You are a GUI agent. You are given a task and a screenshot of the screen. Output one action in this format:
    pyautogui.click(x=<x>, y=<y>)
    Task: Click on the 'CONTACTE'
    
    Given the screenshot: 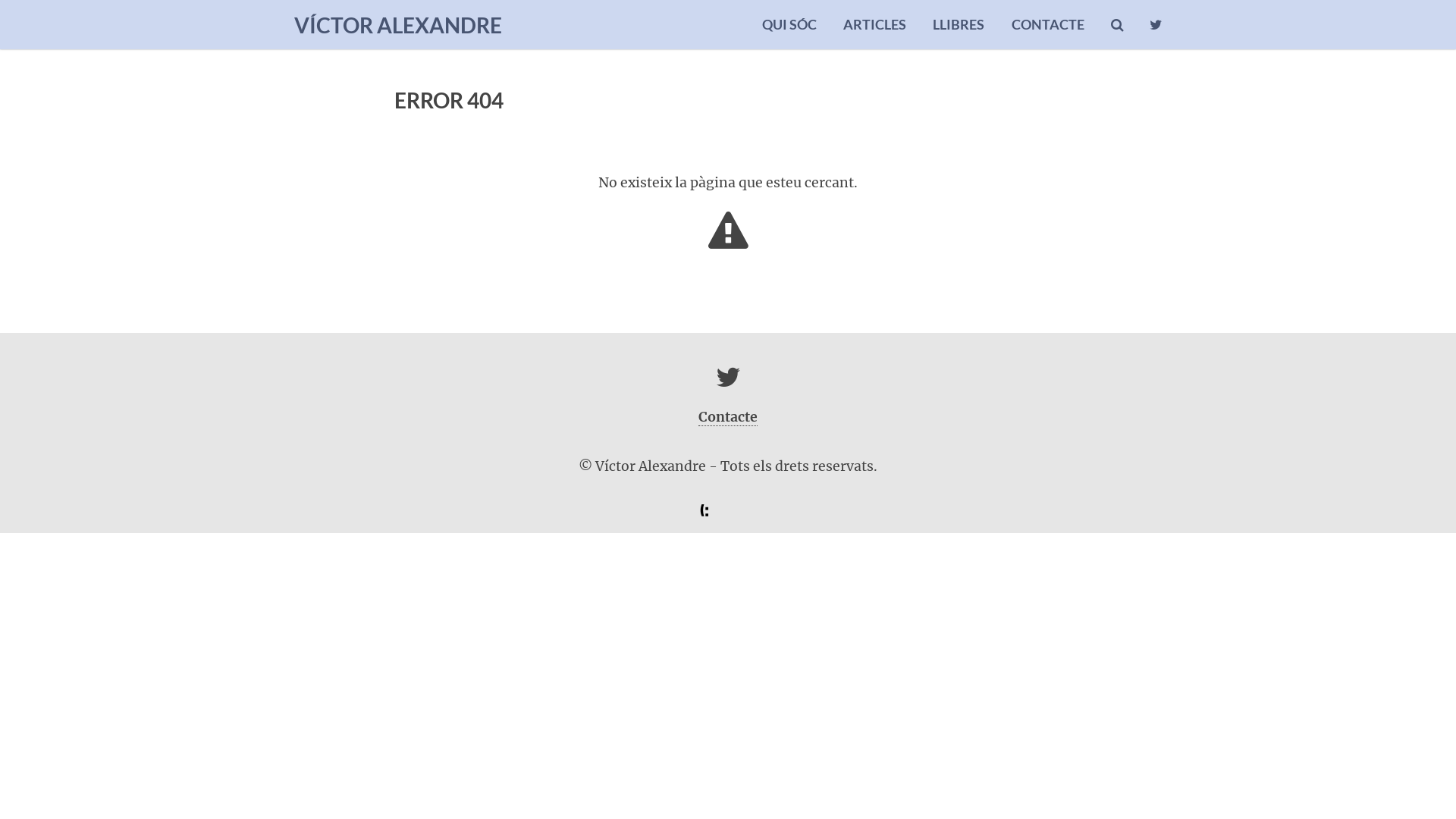 What is the action you would take?
    pyautogui.click(x=1047, y=24)
    